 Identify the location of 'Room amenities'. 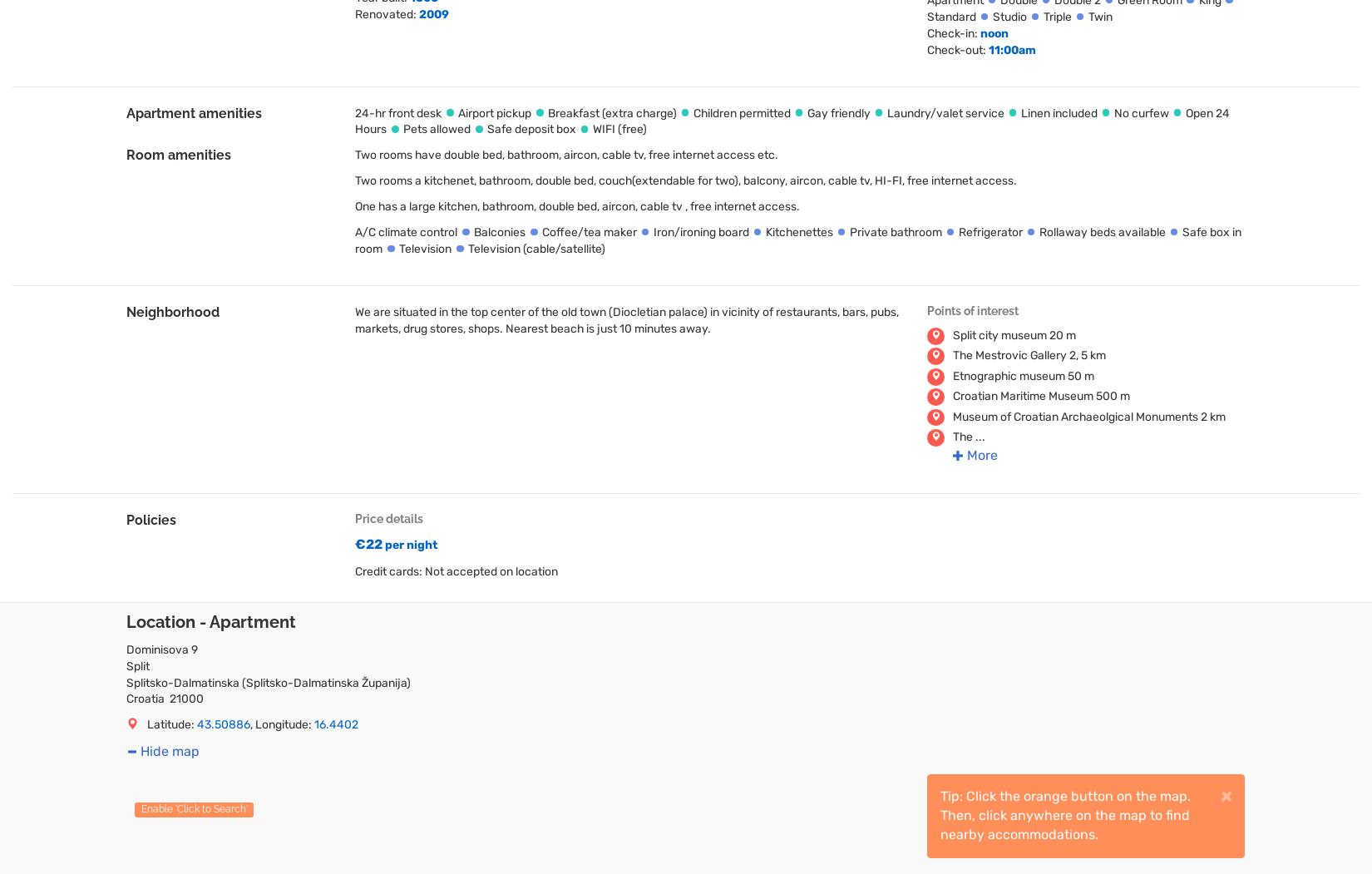
(178, 155).